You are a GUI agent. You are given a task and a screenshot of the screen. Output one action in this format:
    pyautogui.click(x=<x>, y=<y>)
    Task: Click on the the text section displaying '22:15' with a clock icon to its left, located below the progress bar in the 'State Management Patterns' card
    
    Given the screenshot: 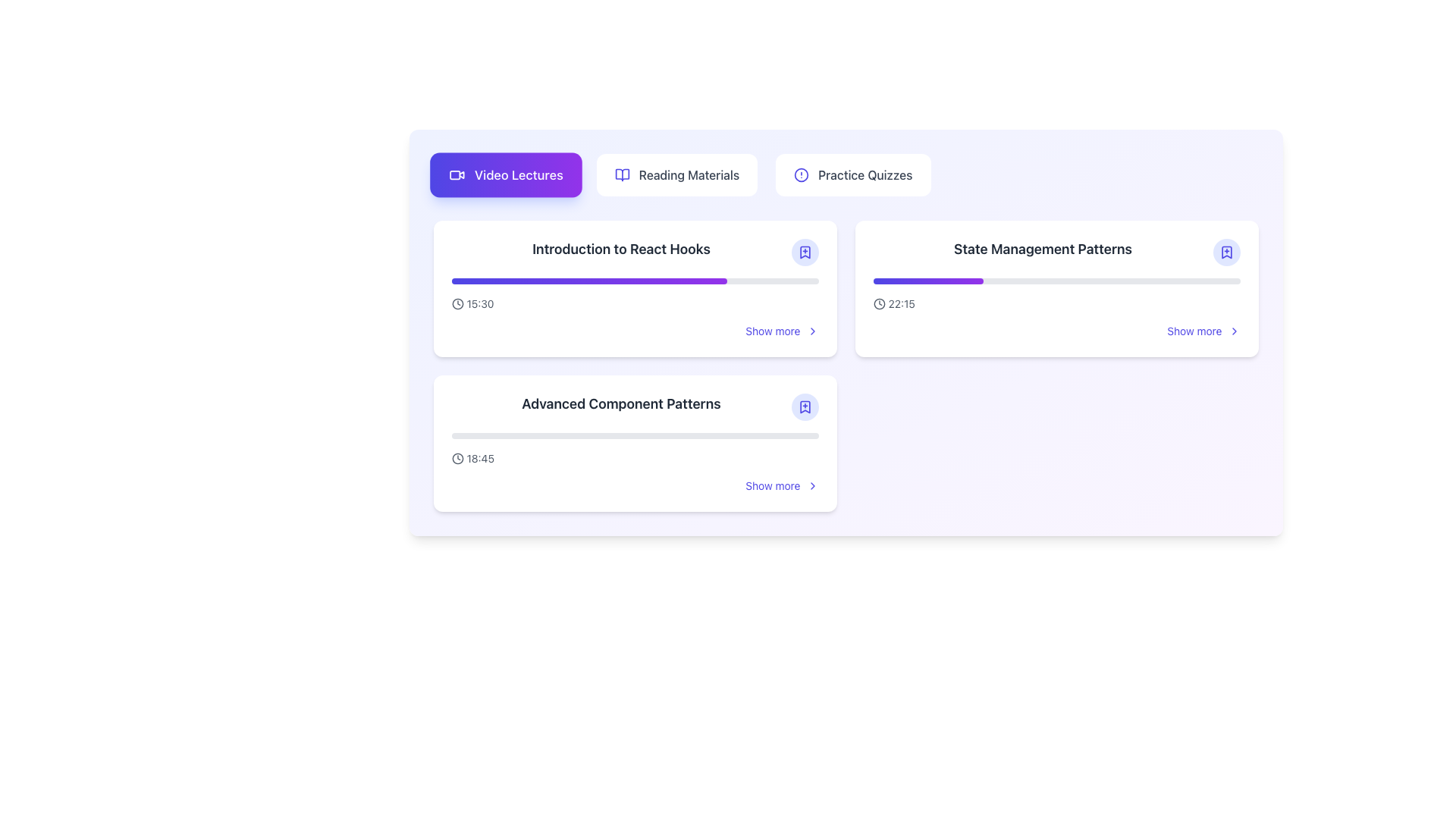 What is the action you would take?
    pyautogui.click(x=1056, y=304)
    